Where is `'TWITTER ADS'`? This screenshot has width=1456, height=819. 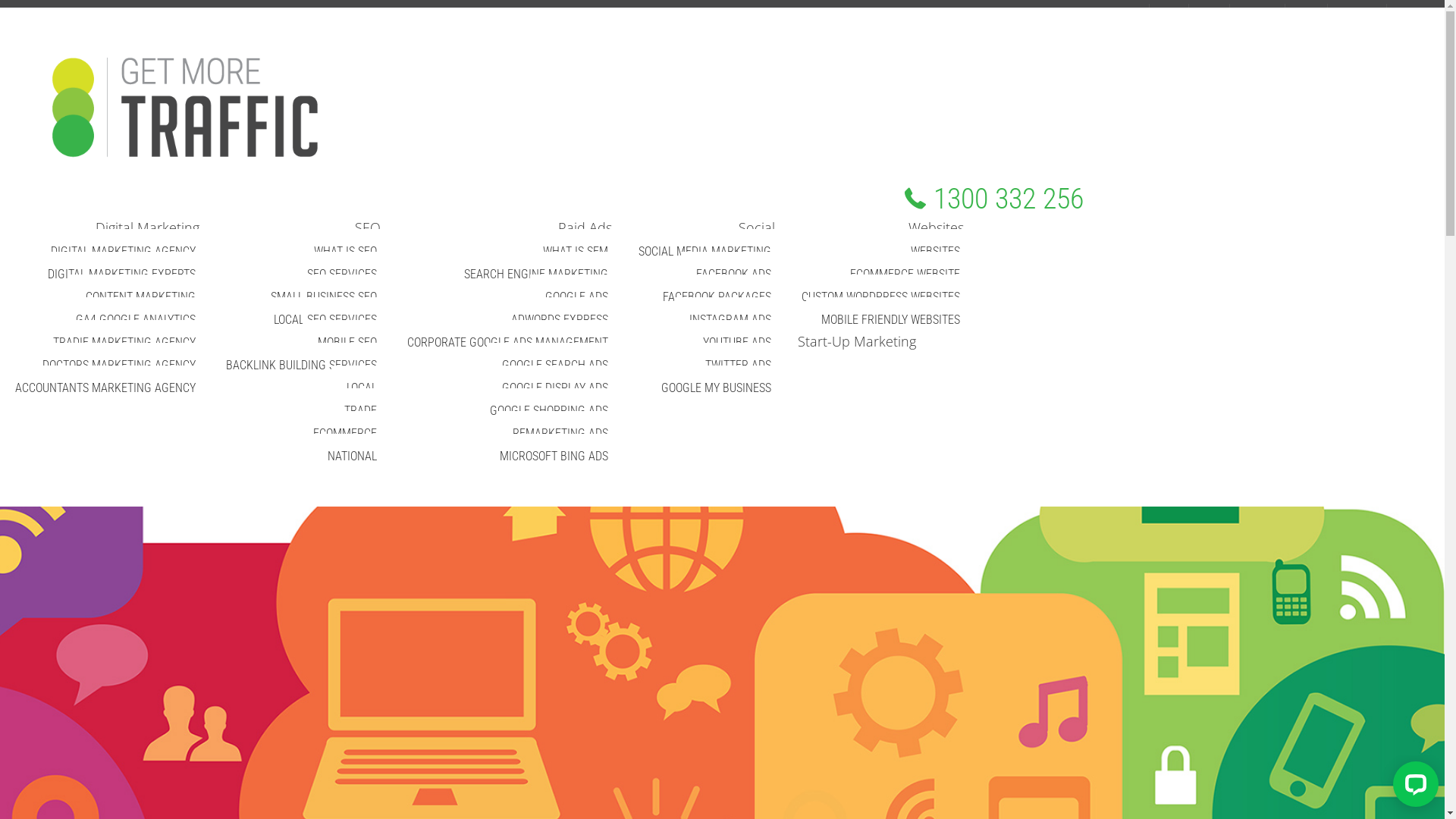 'TWITTER ADS' is located at coordinates (738, 365).